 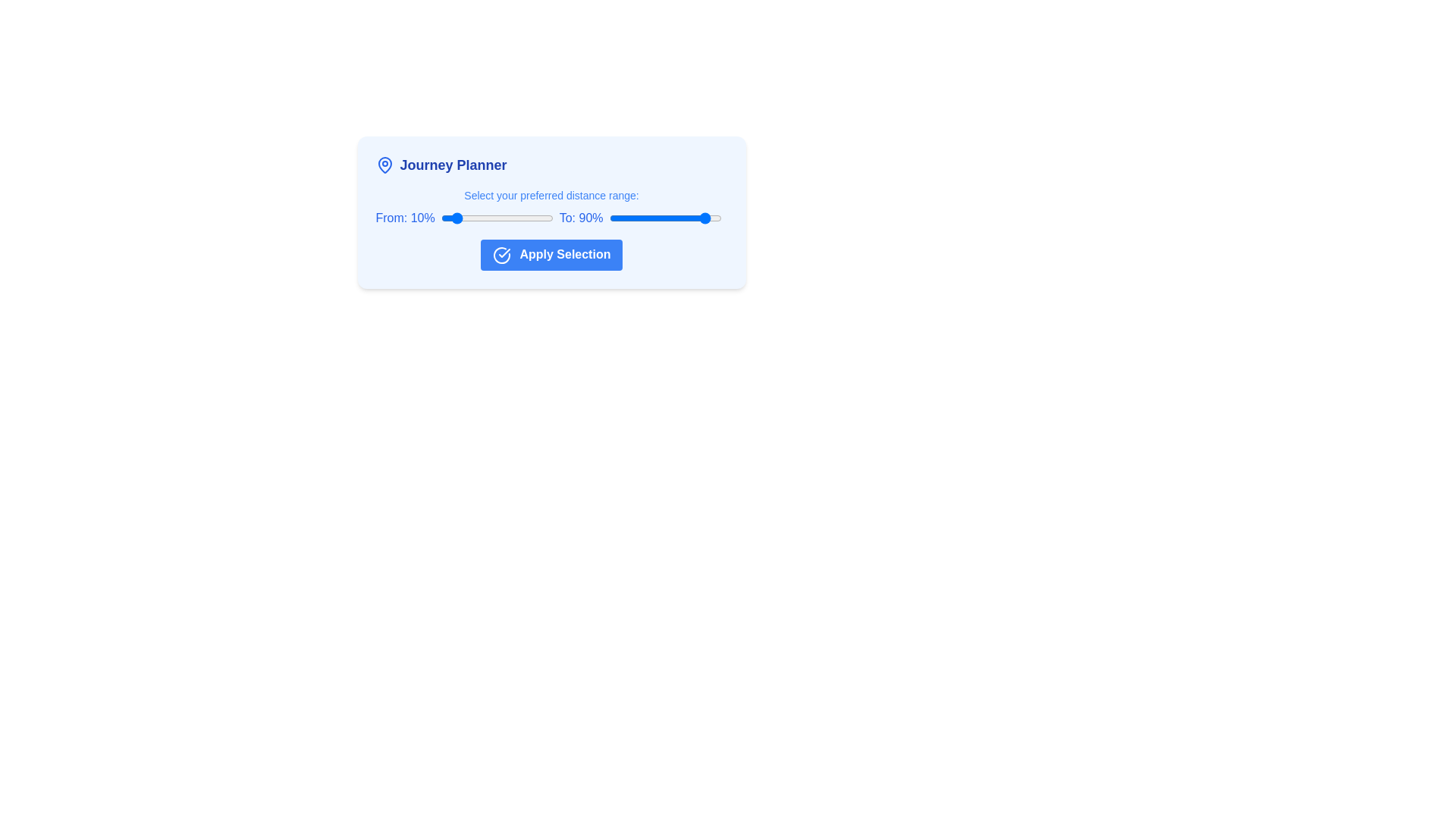 I want to click on the pin icon graphic element located on the left side of the 'Journey Planner' text, which is a part of an SVG graphic and has a curved, elongated shape with a pointed bottom, so click(x=384, y=165).